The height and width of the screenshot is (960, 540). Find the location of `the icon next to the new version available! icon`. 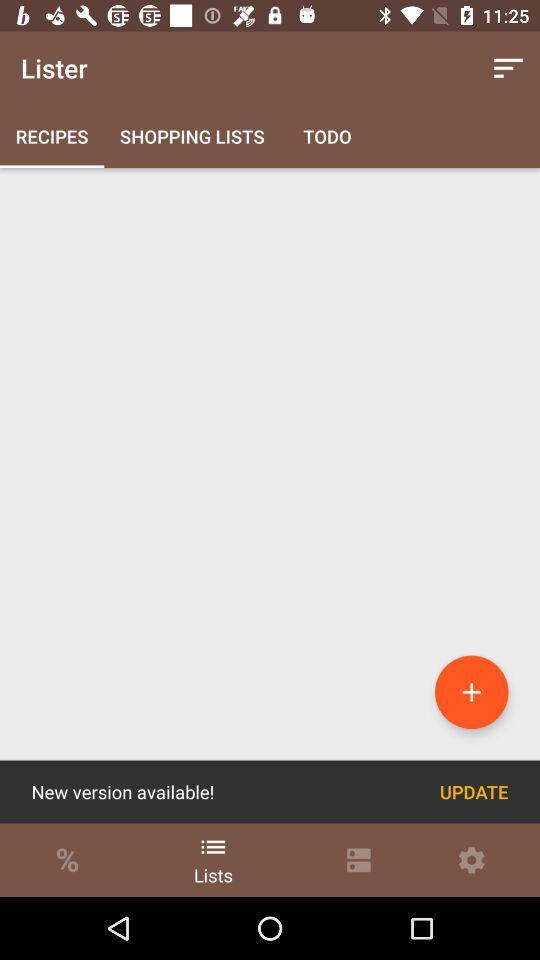

the icon next to the new version available! icon is located at coordinates (473, 792).